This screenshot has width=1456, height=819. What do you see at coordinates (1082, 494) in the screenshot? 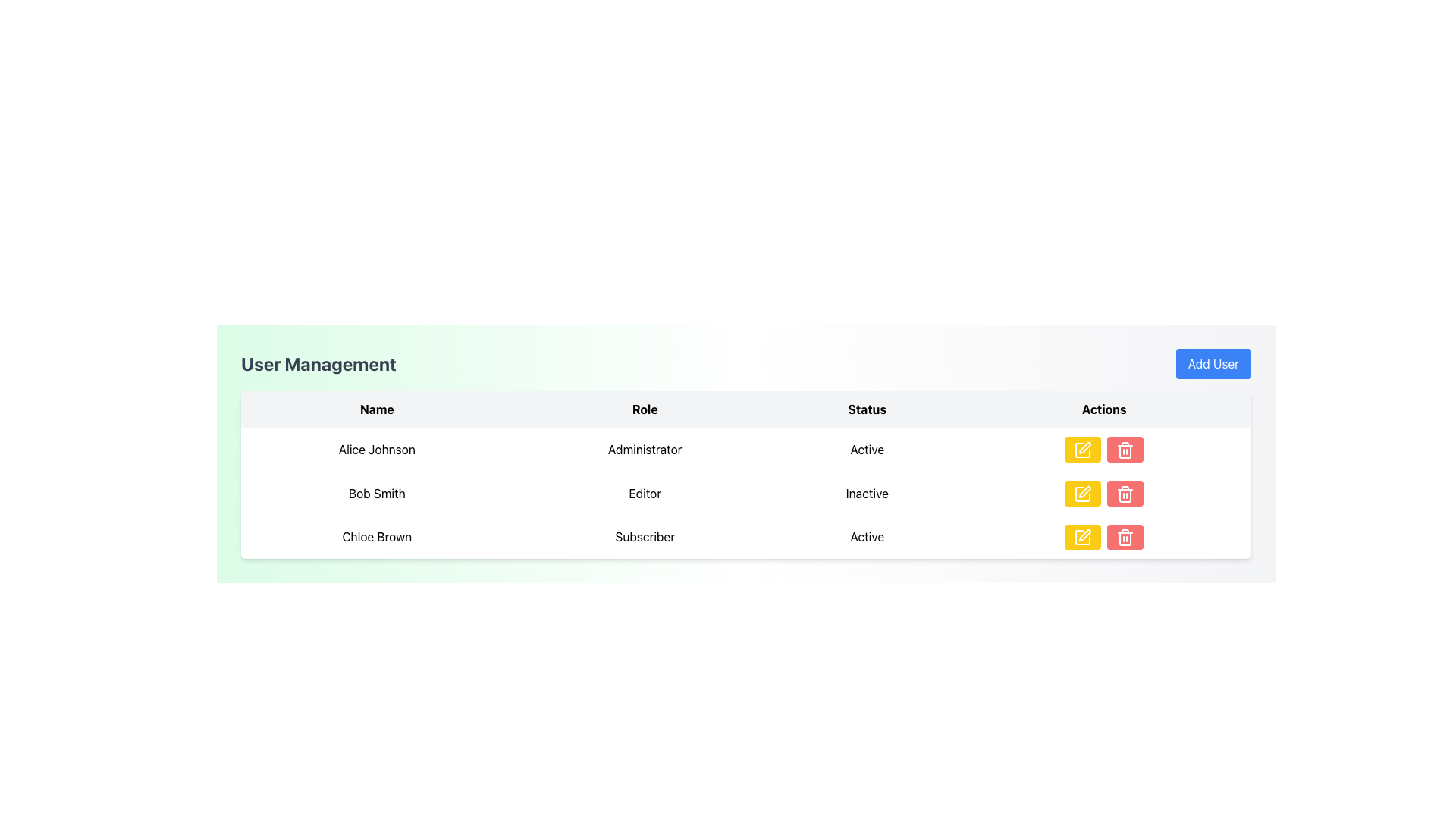
I see `the yellow edit button with a pen icon located in the second row of the 'Actions' column` at bounding box center [1082, 494].